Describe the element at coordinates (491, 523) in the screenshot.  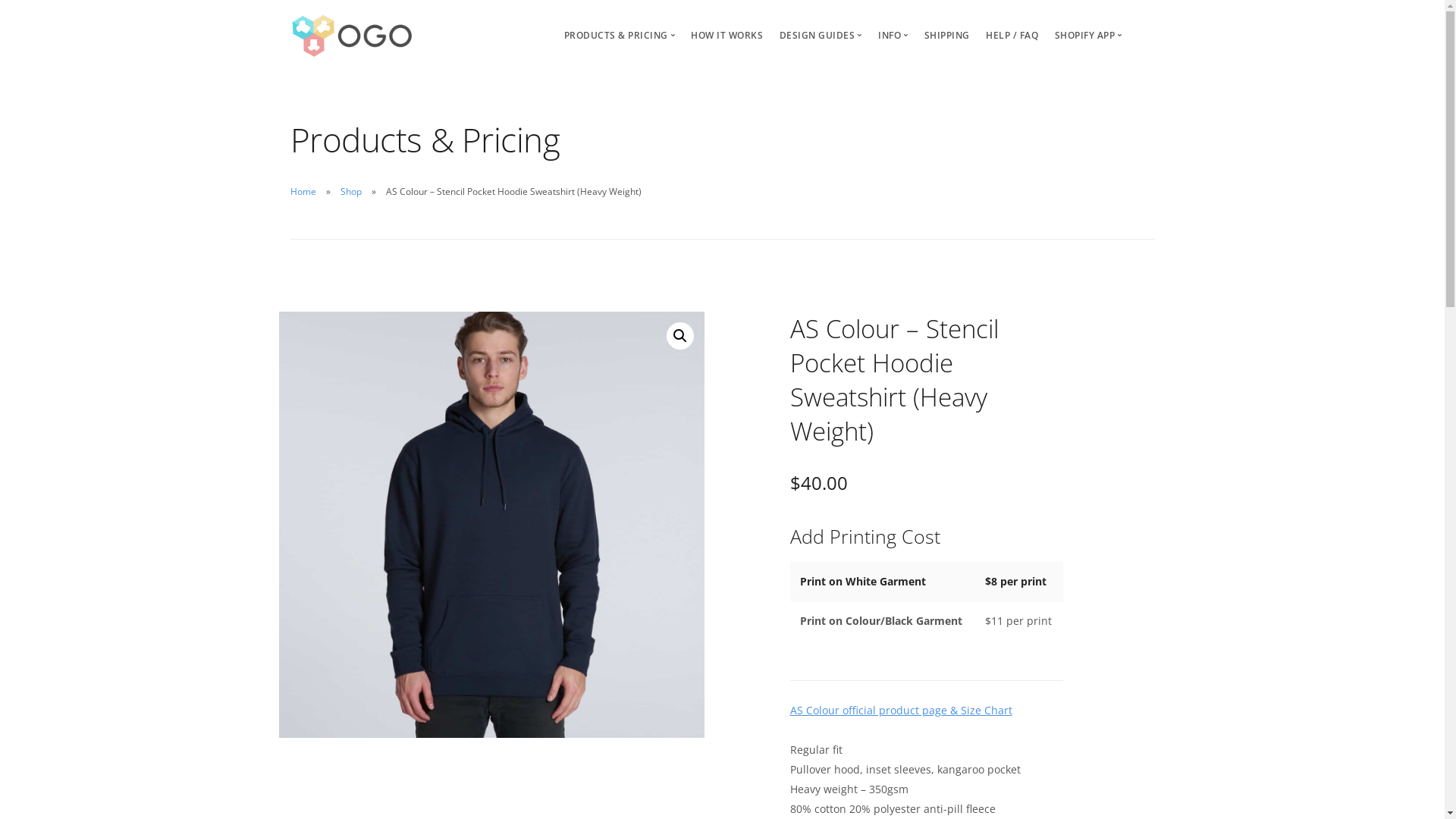
I see `'5102_stencil_hood_front_1_2'` at that location.